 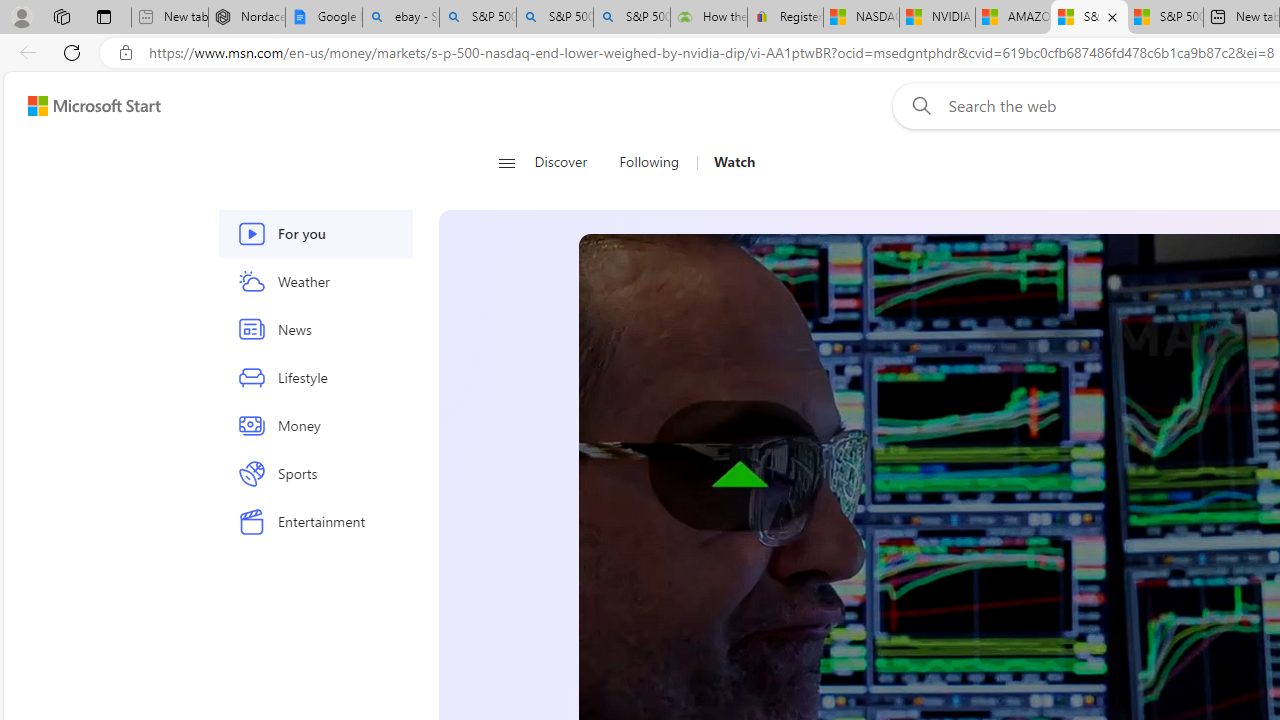 I want to click on 'New tab - Sleeping', so click(x=170, y=17).